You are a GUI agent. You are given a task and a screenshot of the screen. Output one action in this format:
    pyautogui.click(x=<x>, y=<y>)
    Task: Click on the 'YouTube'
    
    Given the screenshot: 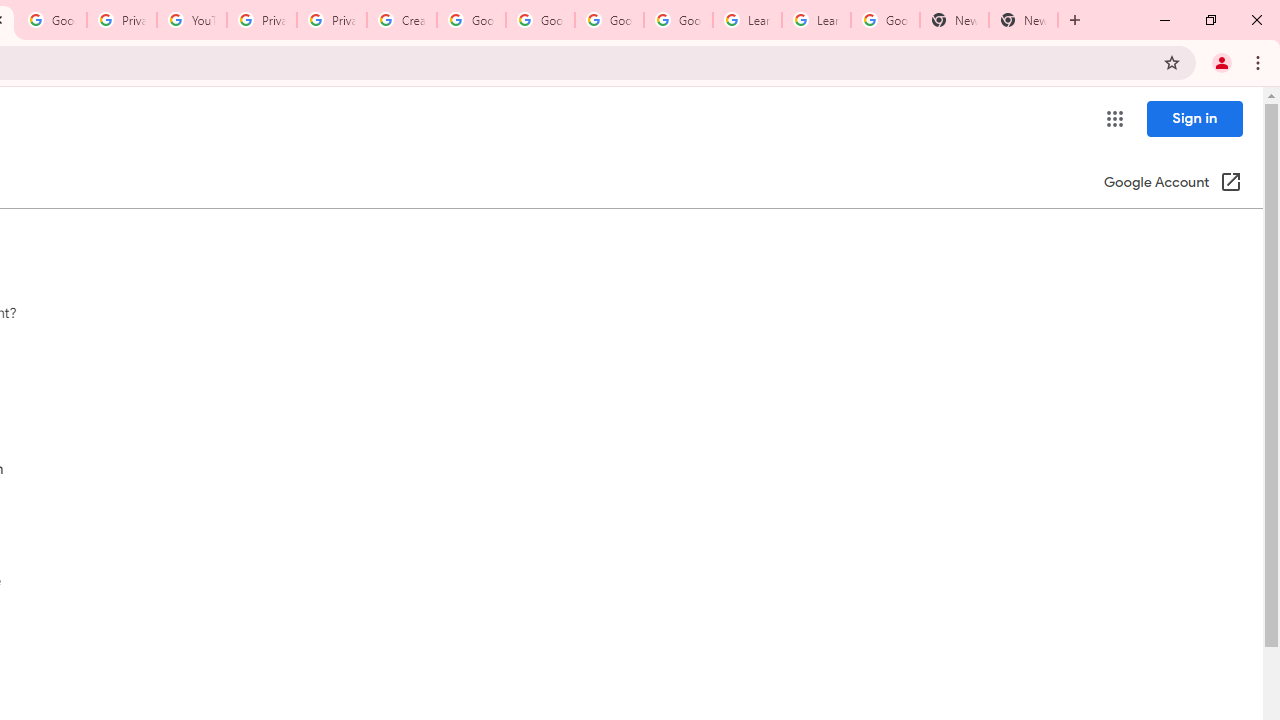 What is the action you would take?
    pyautogui.click(x=192, y=20)
    